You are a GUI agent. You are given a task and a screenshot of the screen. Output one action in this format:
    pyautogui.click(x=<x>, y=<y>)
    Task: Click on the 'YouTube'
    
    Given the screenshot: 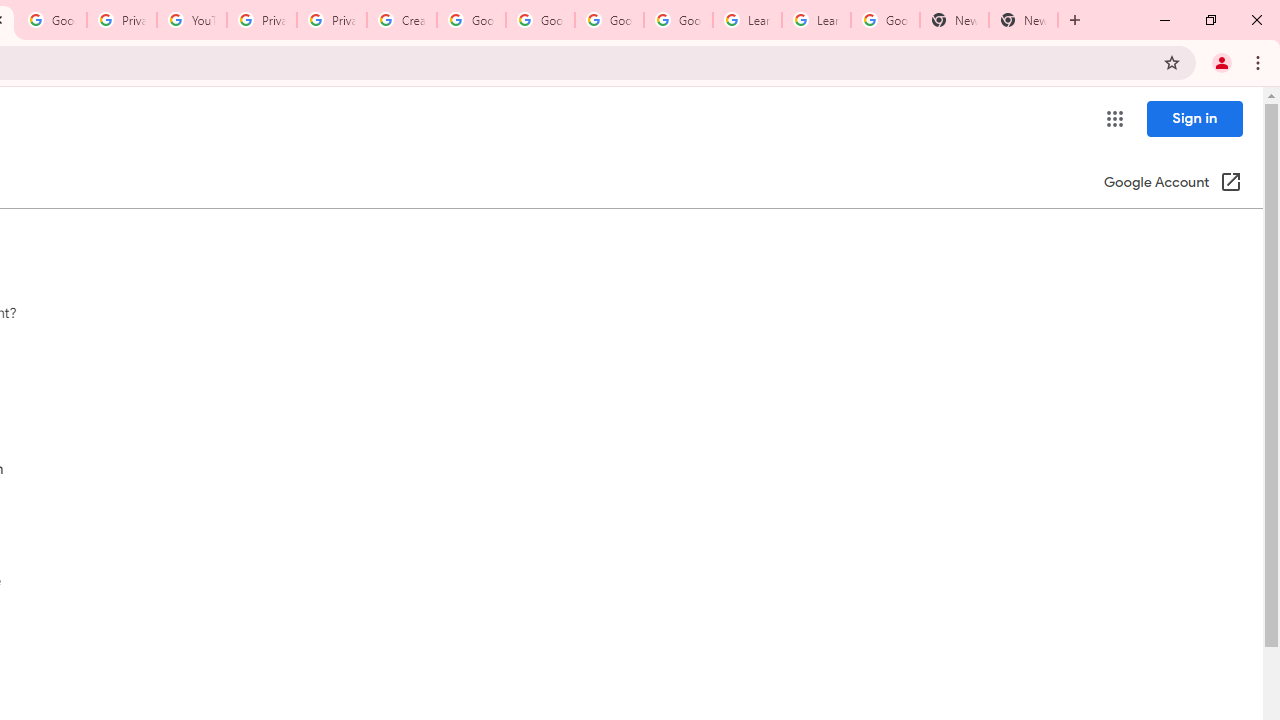 What is the action you would take?
    pyautogui.click(x=192, y=20)
    